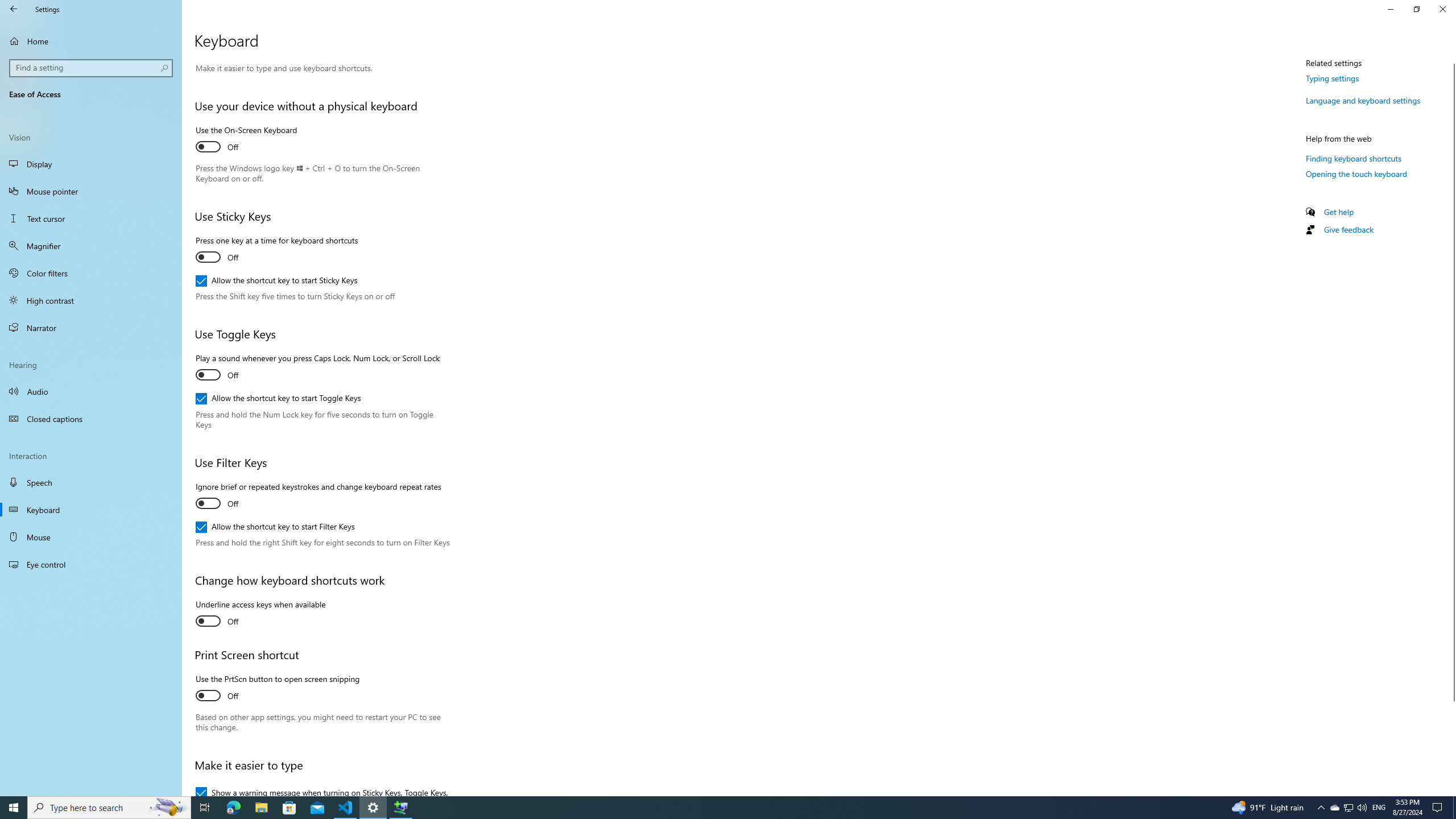  Describe the element at coordinates (90, 482) in the screenshot. I see `'Speech'` at that location.